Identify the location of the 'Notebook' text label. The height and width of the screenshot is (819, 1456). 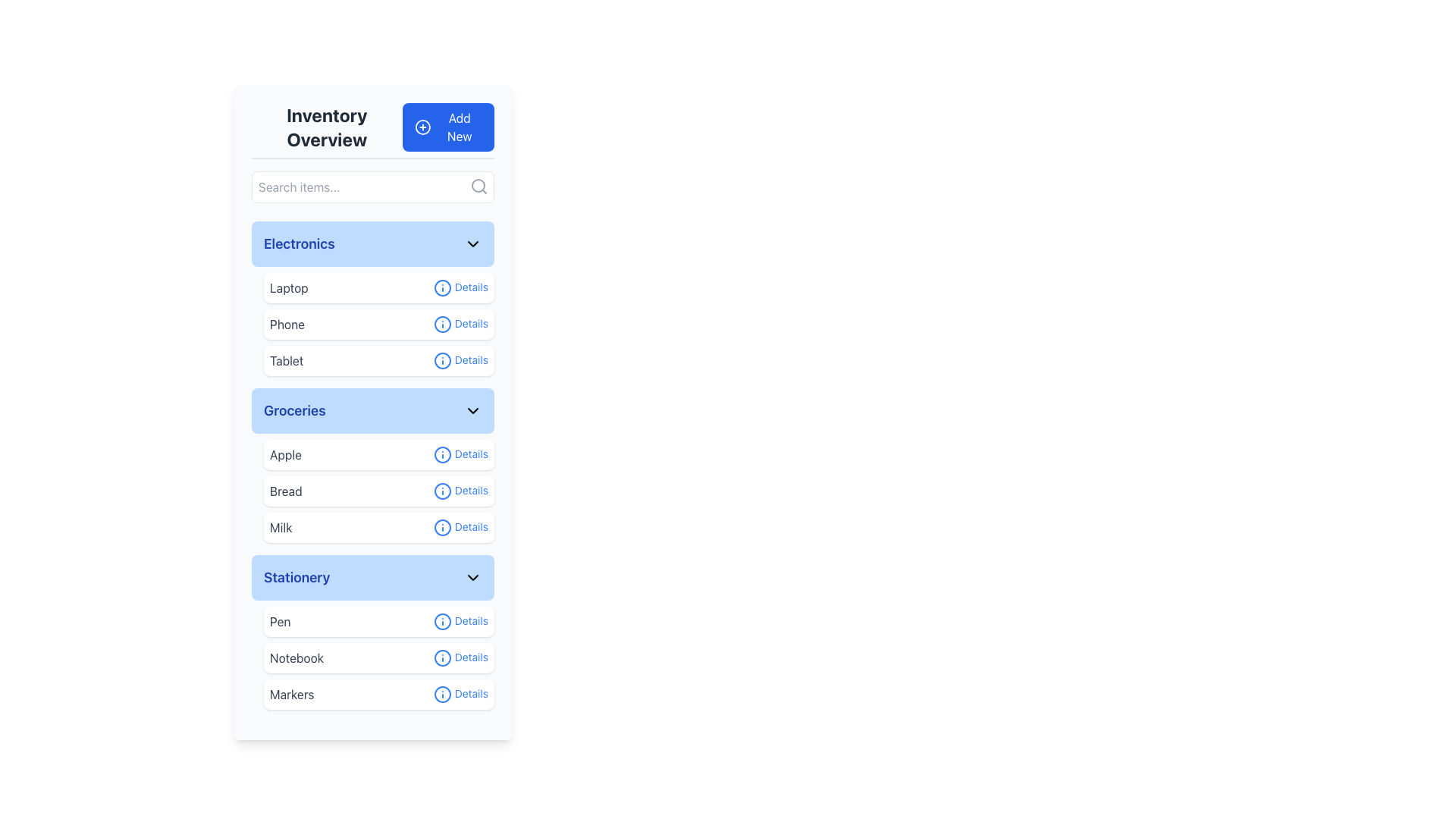
(297, 657).